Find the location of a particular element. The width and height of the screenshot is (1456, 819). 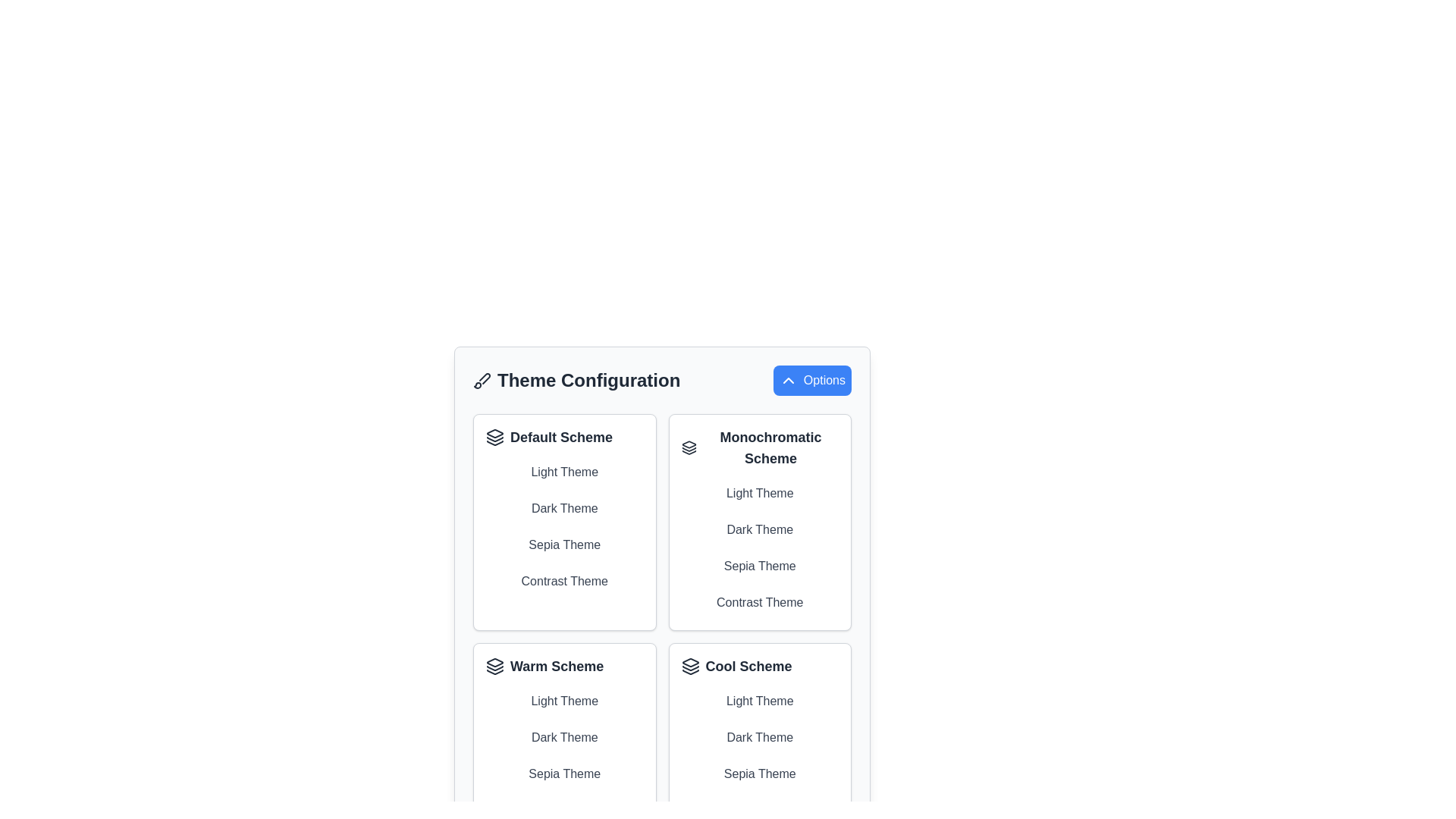

the 'Light Theme' selectable text button, which is a rectangular button-like text component with dark gray text and rounded corners, located at the top of the options under the 'Cool Scheme' category is located at coordinates (760, 701).